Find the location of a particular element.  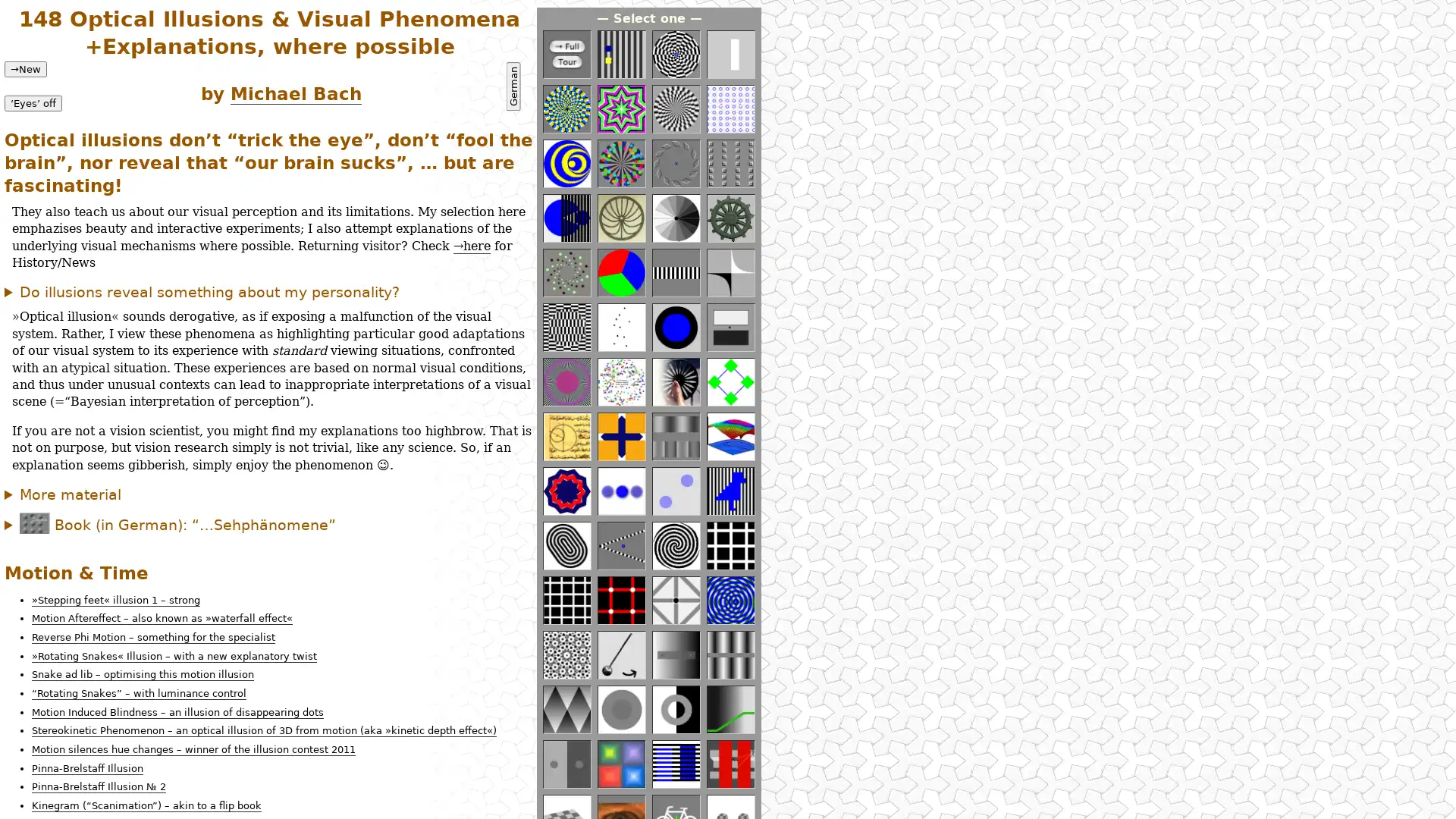

New is located at coordinates (25, 68).